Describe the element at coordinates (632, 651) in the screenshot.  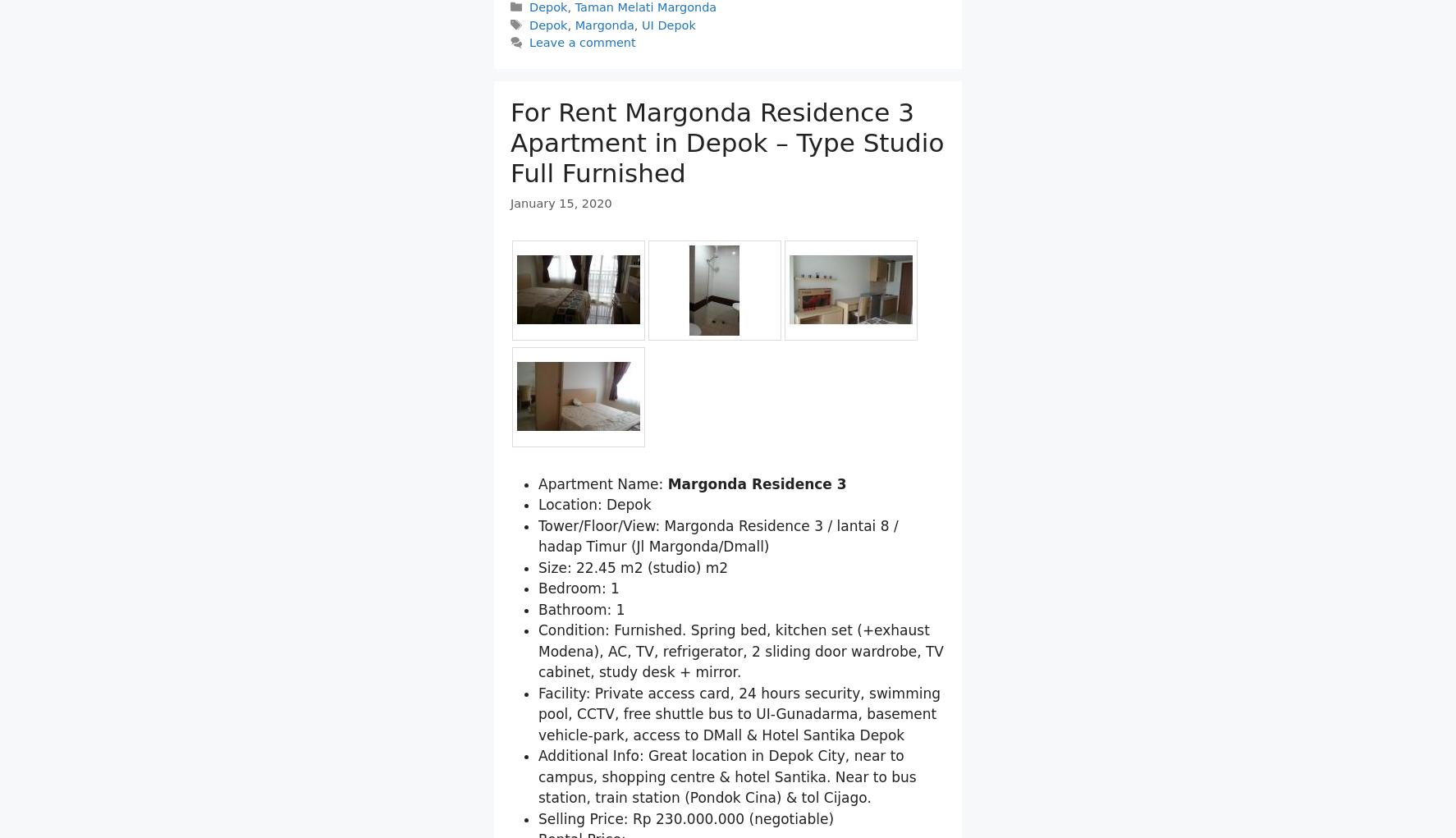
I see `'Size: 22.45 m2 (studio) m2'` at that location.